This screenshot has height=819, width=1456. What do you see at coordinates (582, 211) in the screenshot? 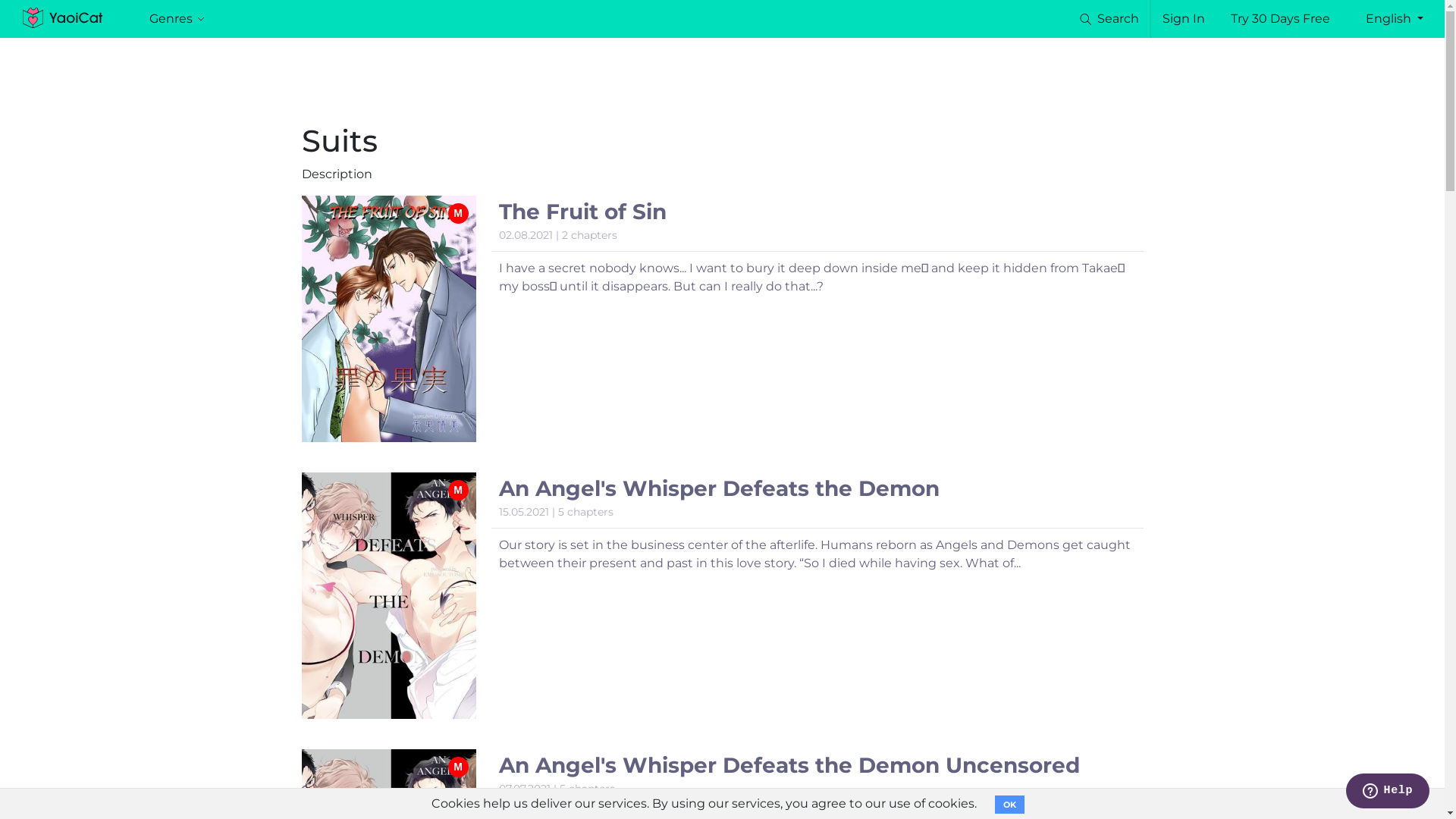
I see `'The Fruit of Sin'` at bounding box center [582, 211].